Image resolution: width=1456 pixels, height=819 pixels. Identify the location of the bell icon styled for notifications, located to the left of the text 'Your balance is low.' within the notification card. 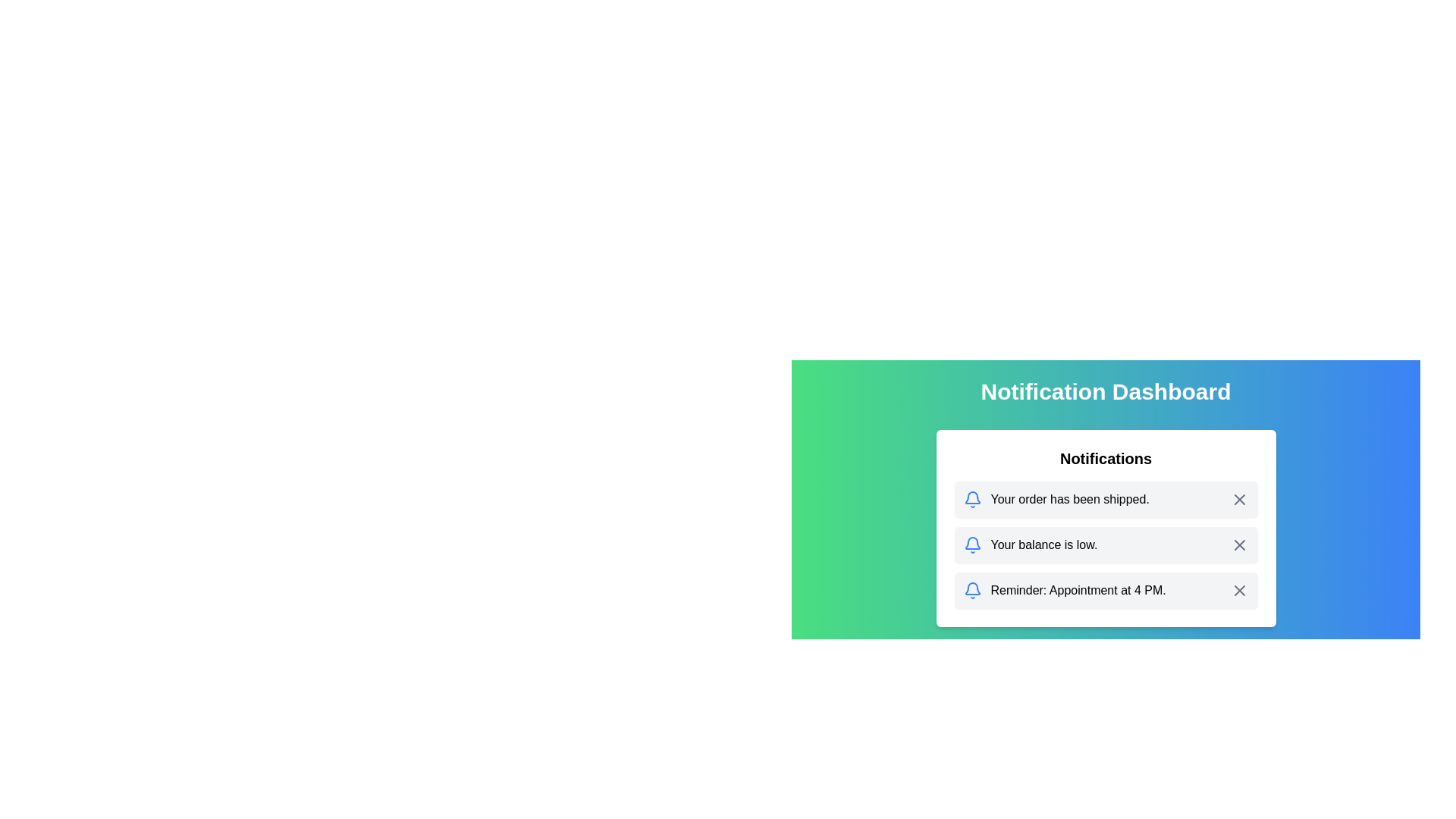
(972, 544).